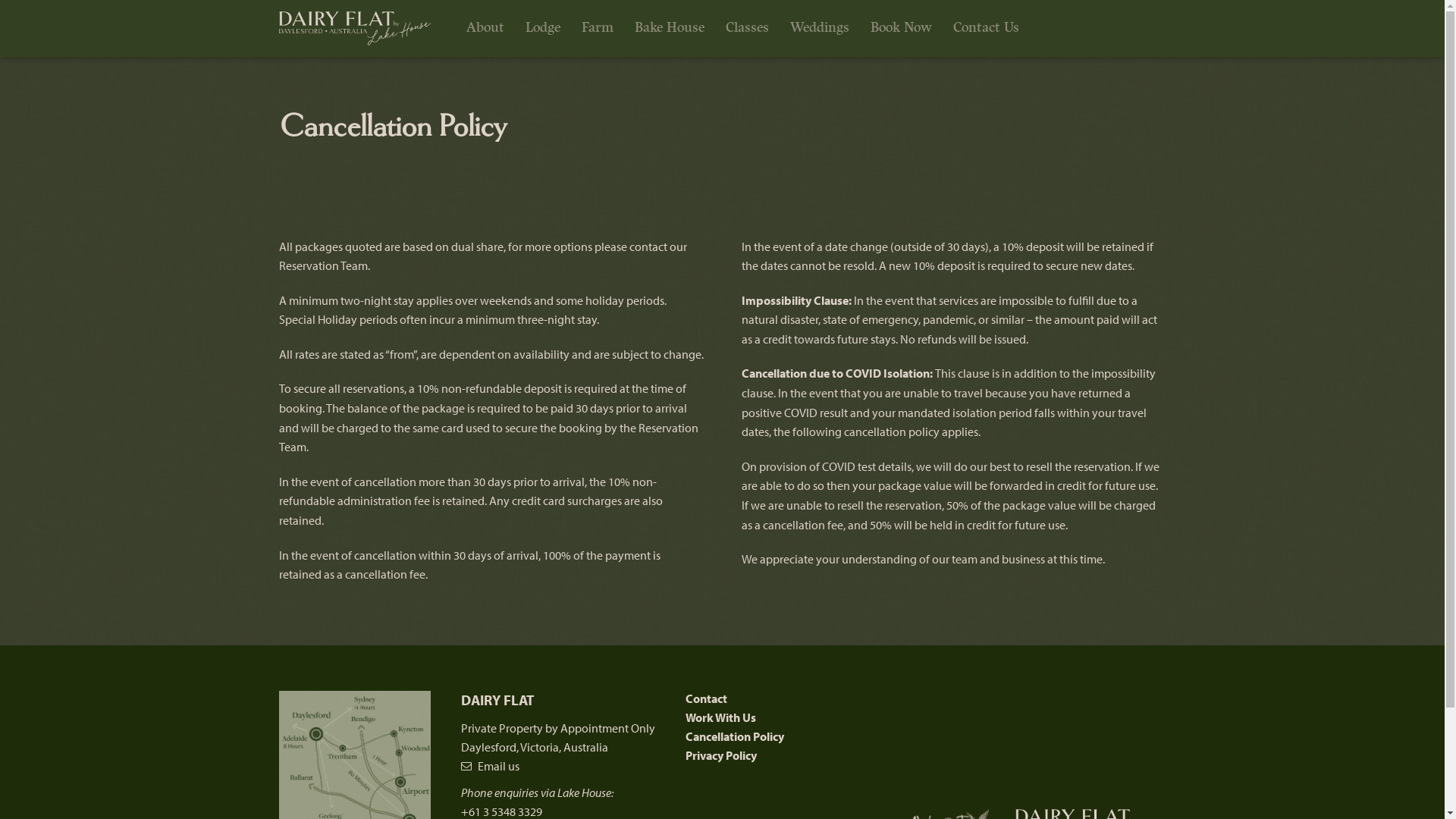 This screenshot has height=819, width=1456. What do you see at coordinates (818, 28) in the screenshot?
I see `'Weddings'` at bounding box center [818, 28].